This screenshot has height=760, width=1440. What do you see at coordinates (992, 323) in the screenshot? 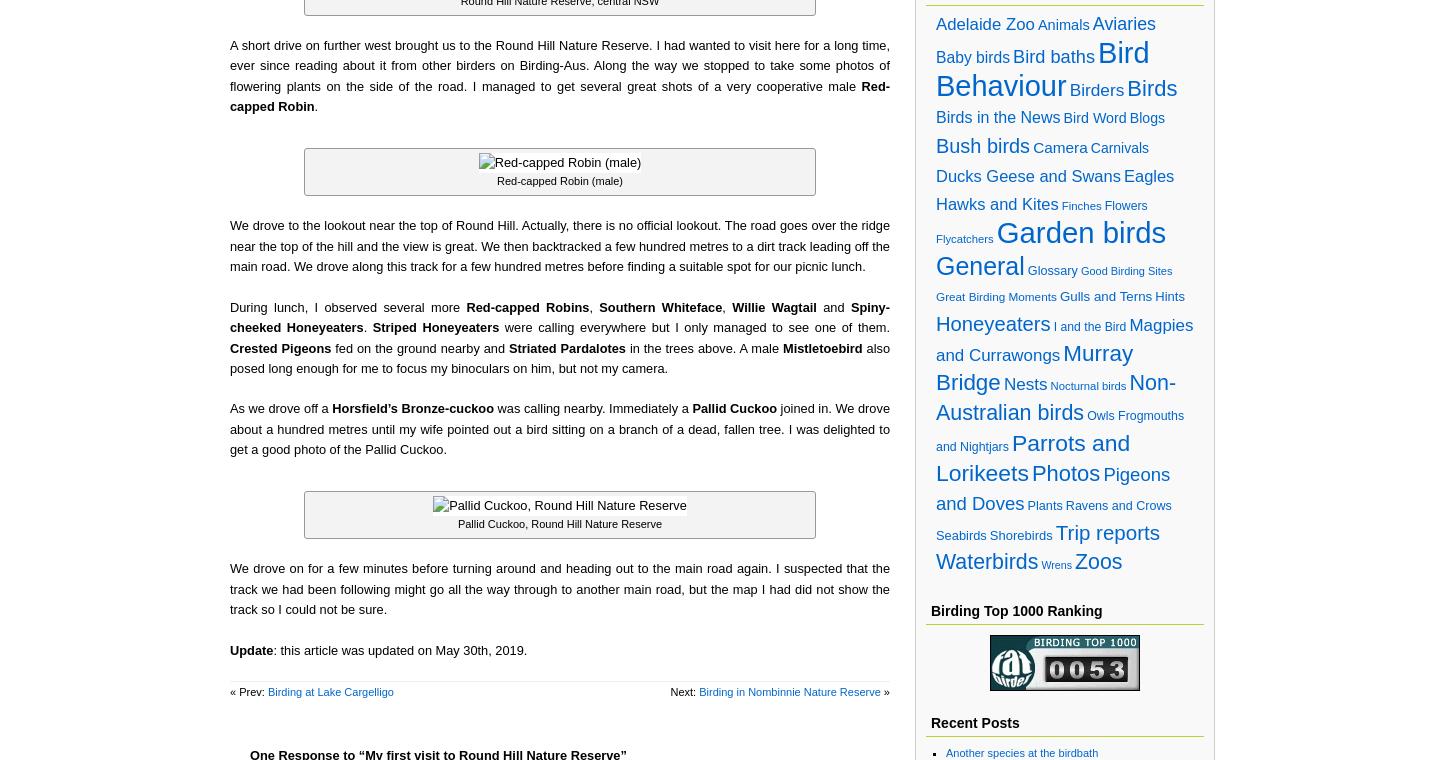
I see `'Honeyeaters'` at bounding box center [992, 323].